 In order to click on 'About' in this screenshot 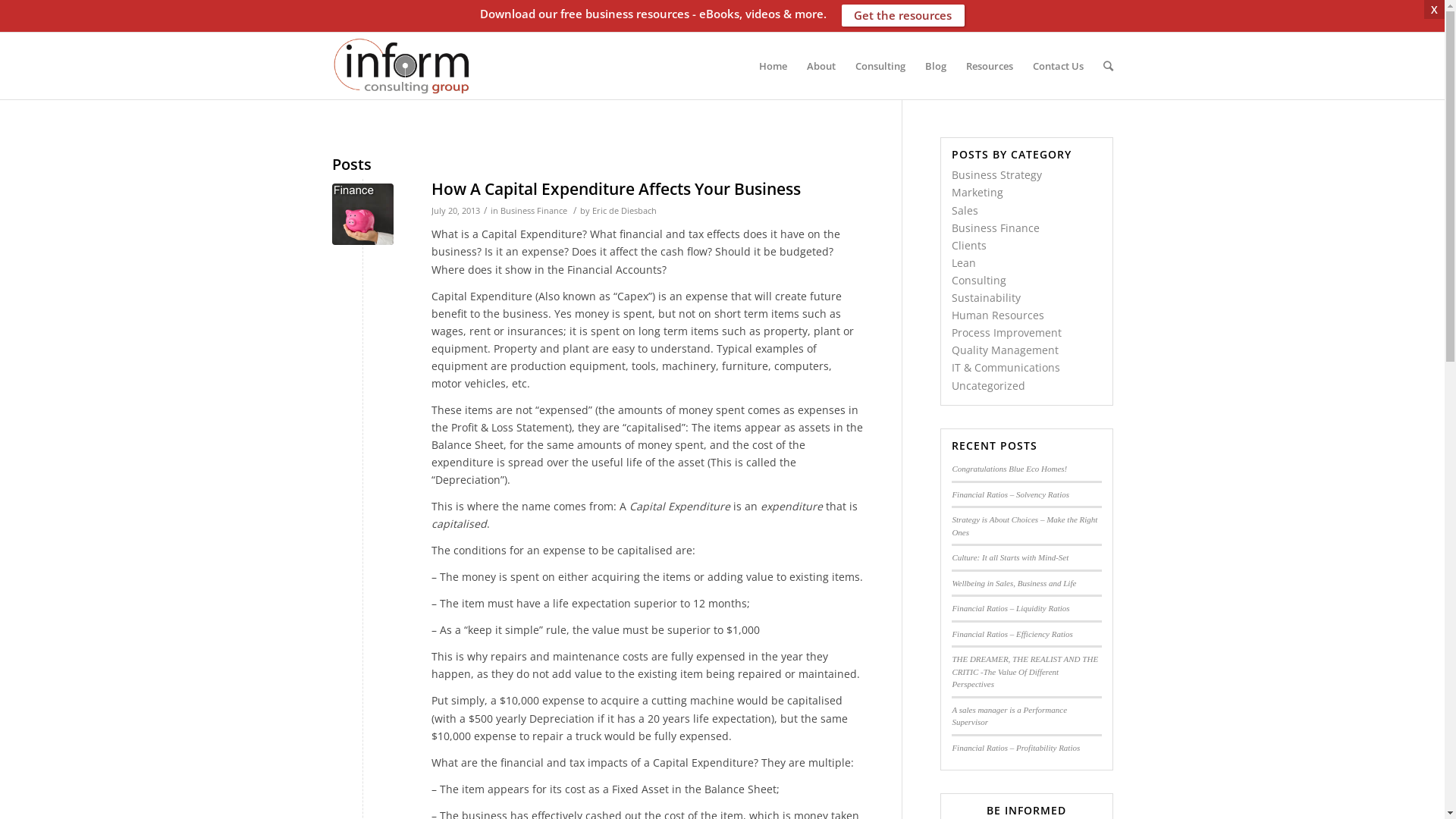, I will do `click(795, 65)`.